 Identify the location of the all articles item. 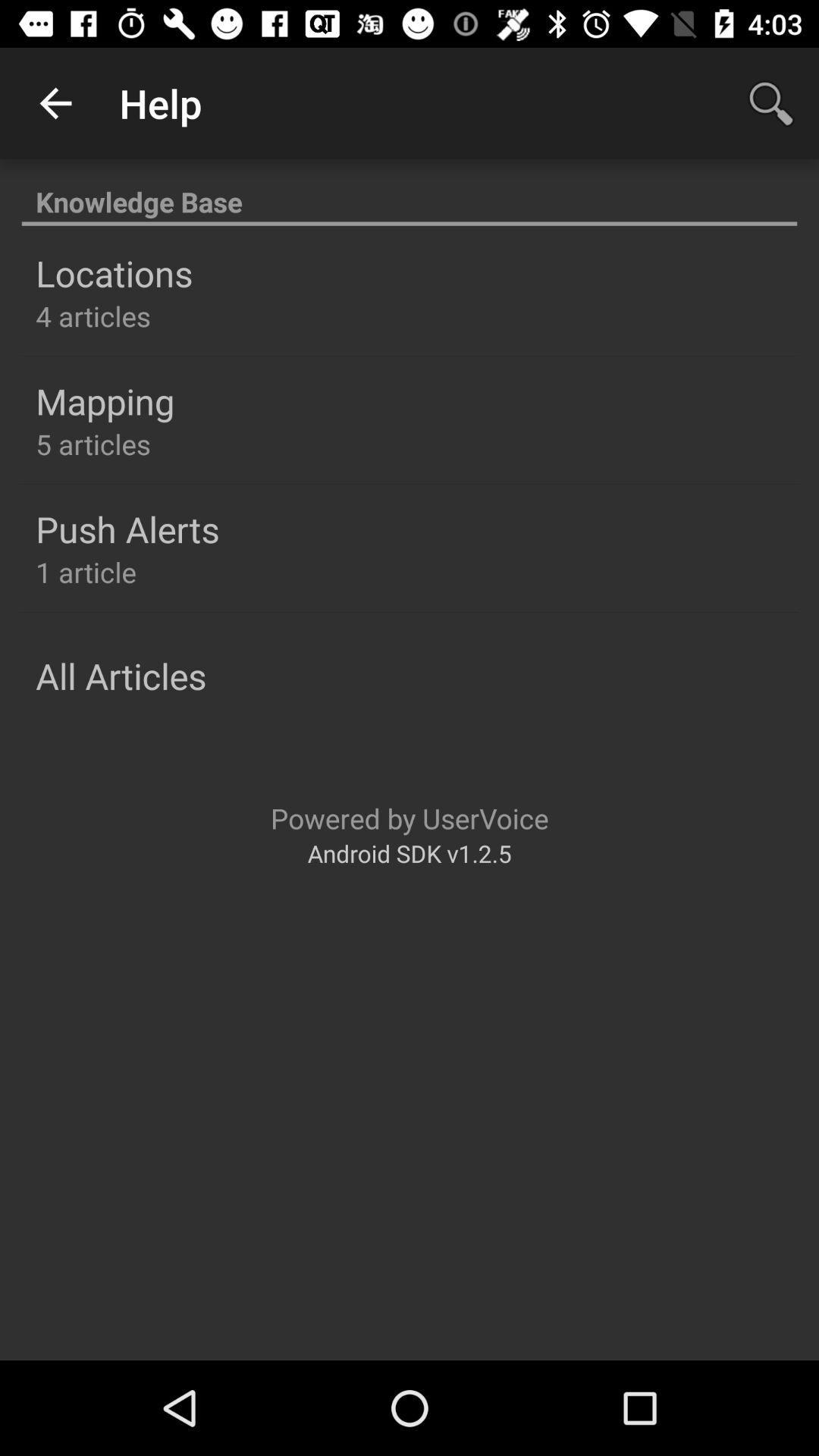
(120, 675).